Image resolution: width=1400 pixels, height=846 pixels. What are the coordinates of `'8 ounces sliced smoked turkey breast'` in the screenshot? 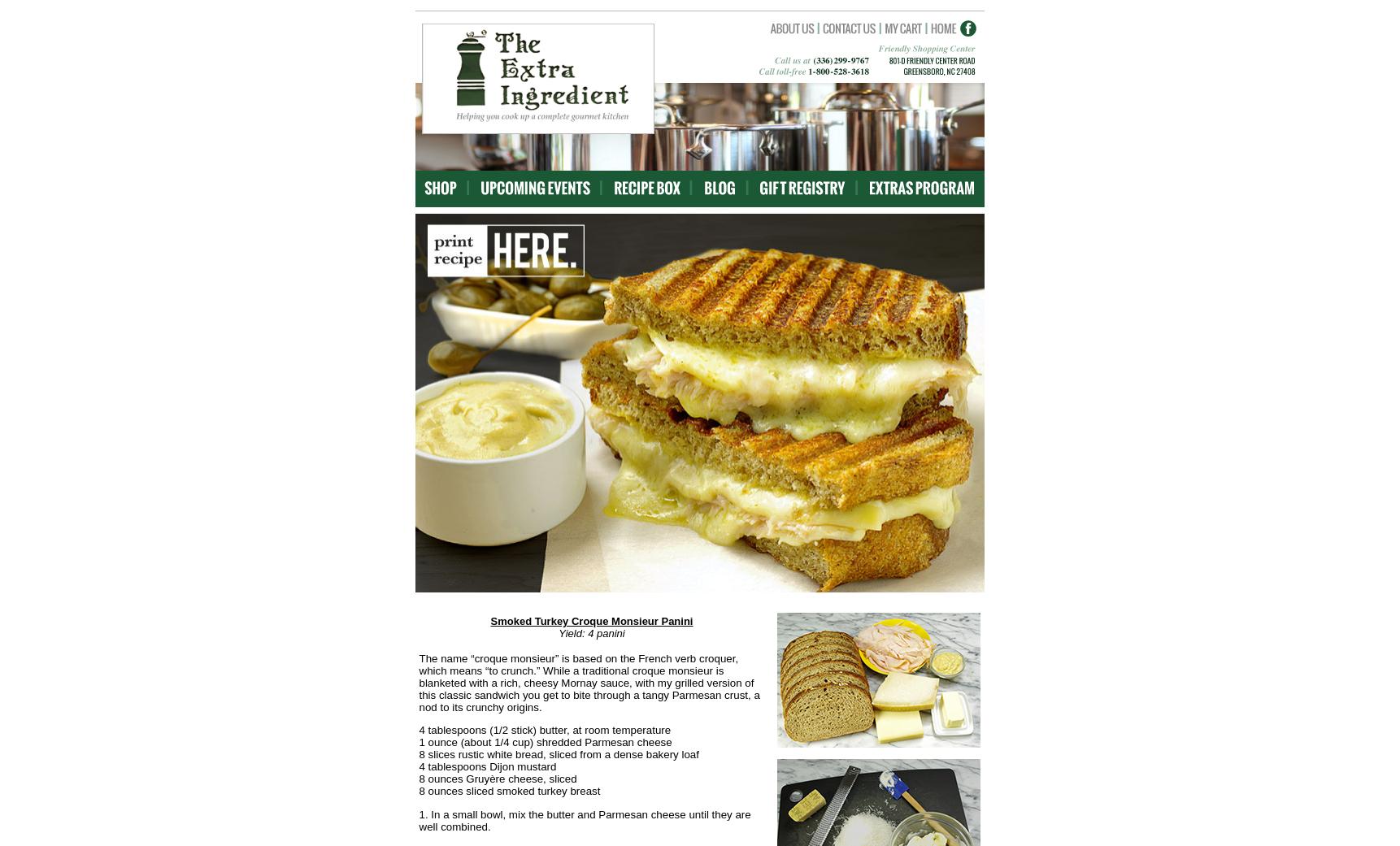 It's located at (419, 791).